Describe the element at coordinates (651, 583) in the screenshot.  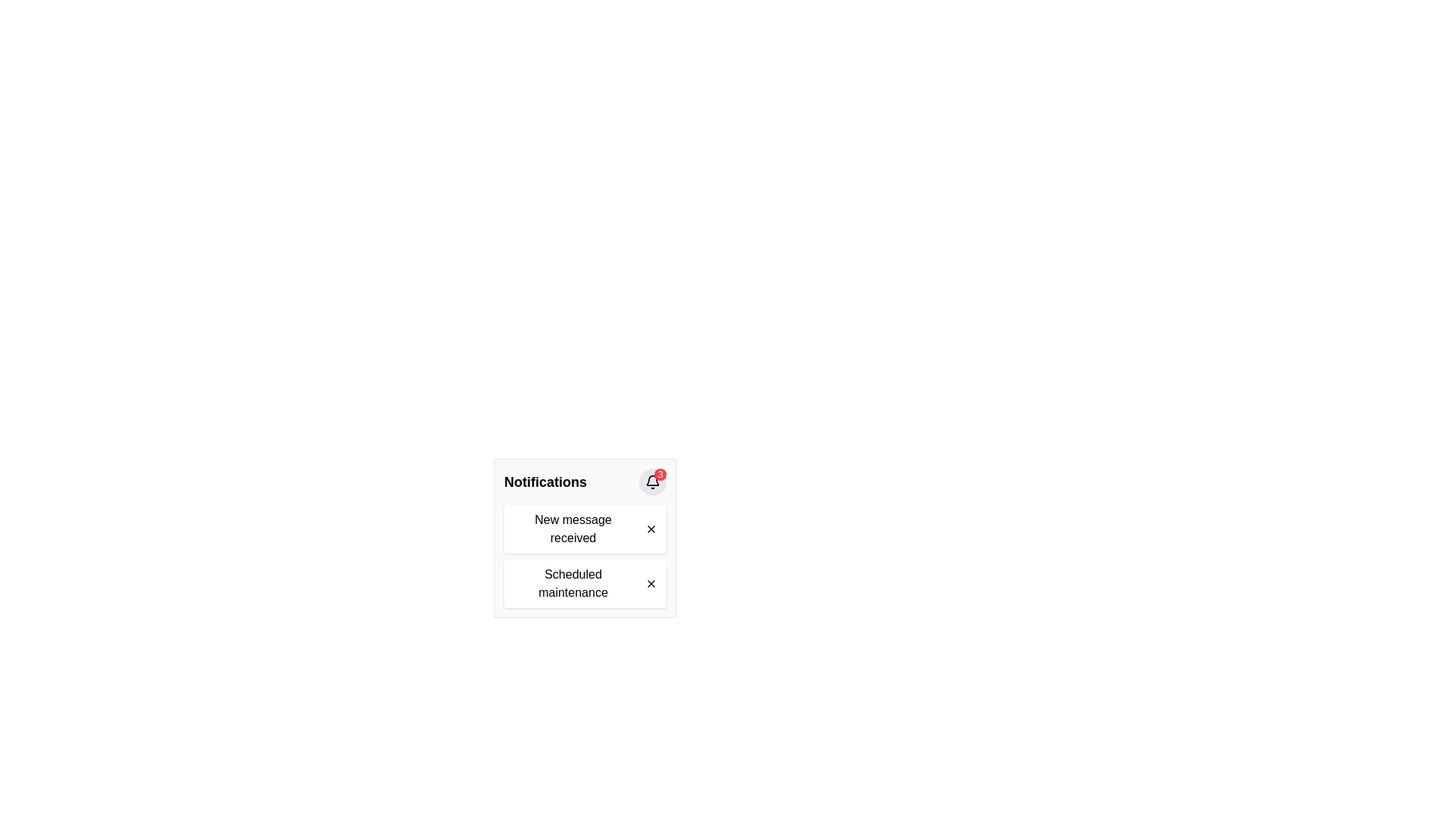
I see `the 'X' button located to the far right of the 'Scheduled maintenance' text` at that location.